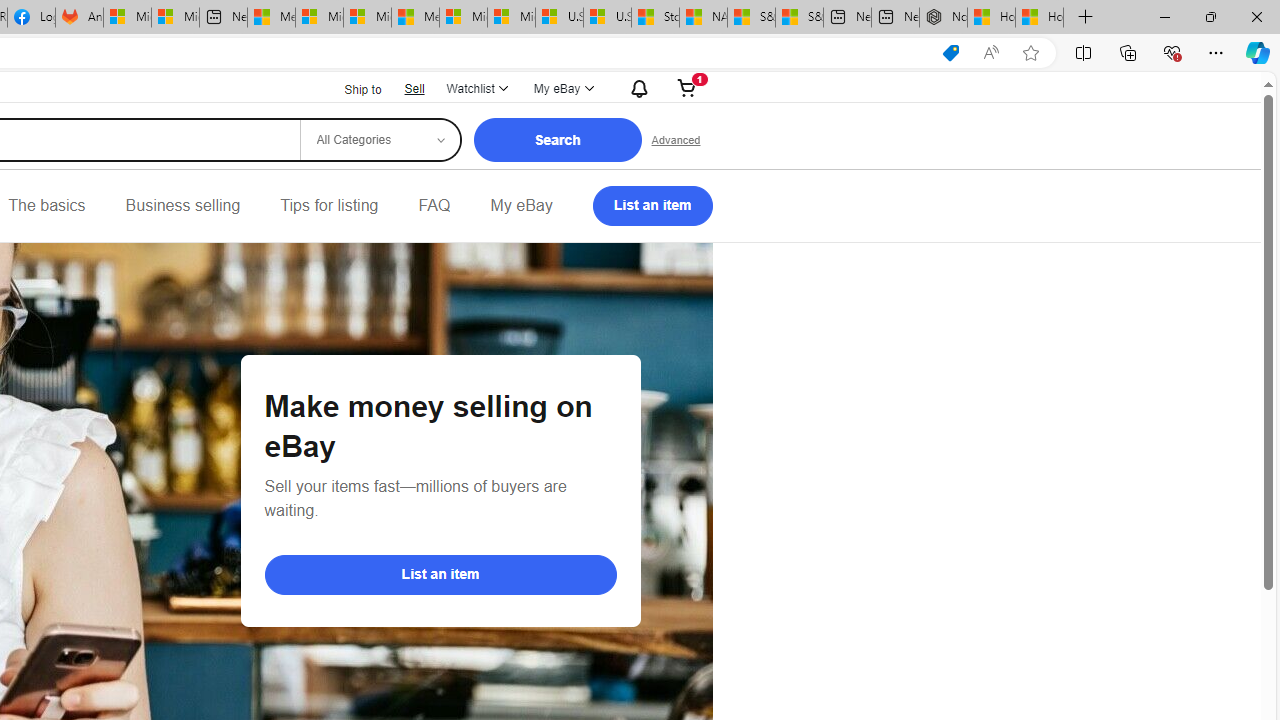 This screenshot has height=720, width=1280. Describe the element at coordinates (433, 205) in the screenshot. I see `'FAQ'` at that location.